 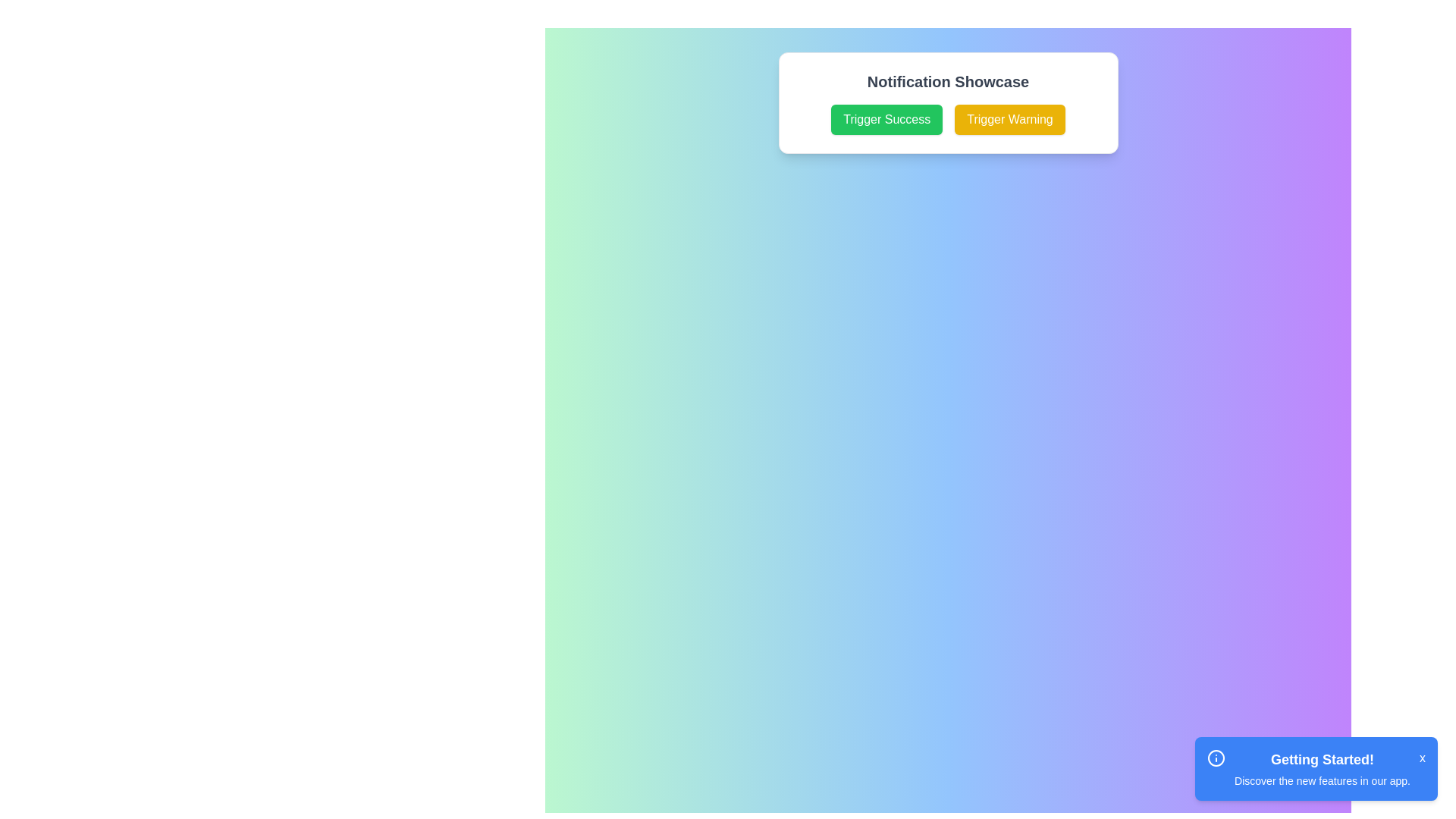 What do you see at coordinates (886, 119) in the screenshot?
I see `the green button labeled 'Trigger Success'` at bounding box center [886, 119].